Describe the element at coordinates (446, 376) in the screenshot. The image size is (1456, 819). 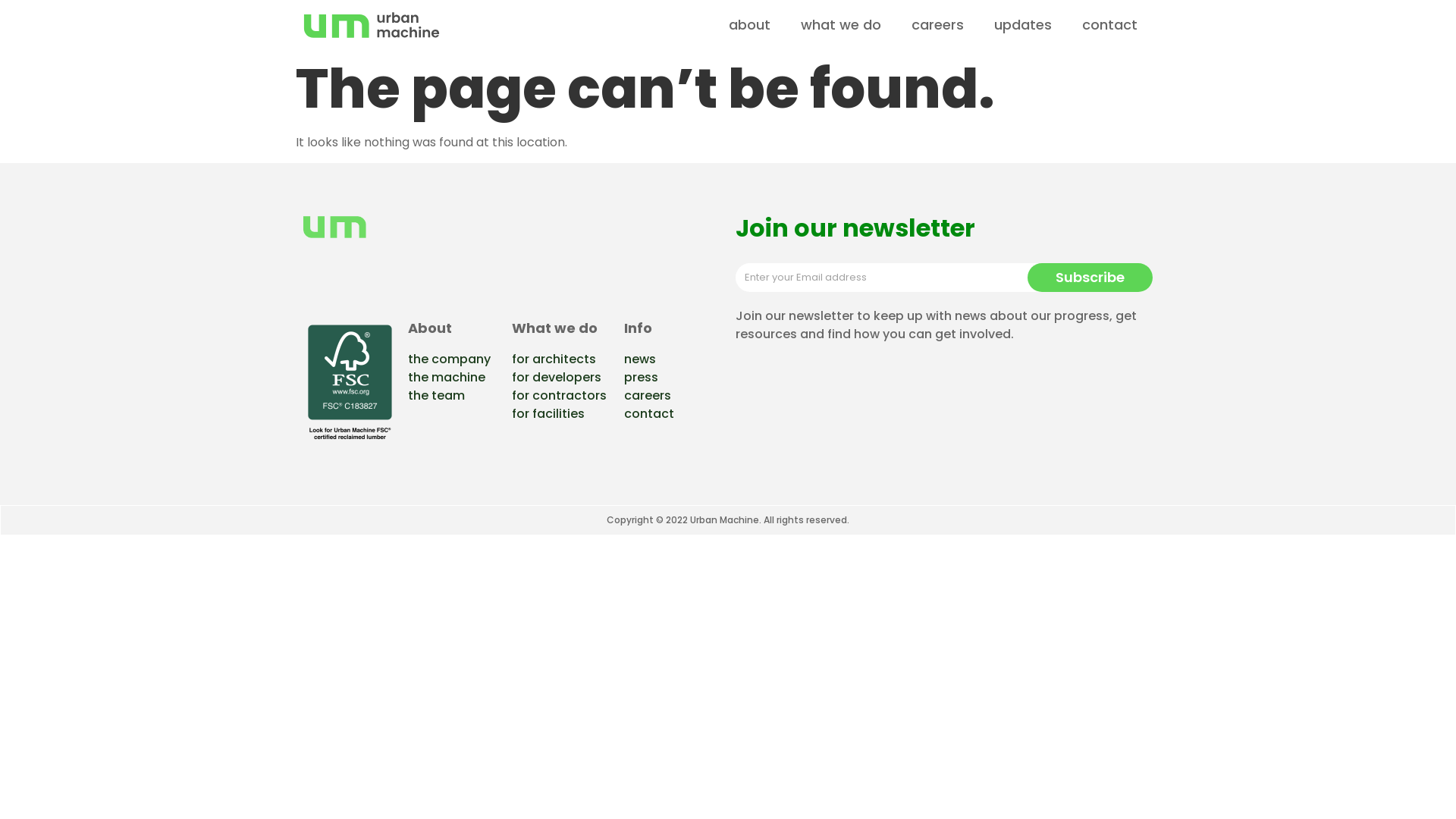
I see `'the machine'` at that location.